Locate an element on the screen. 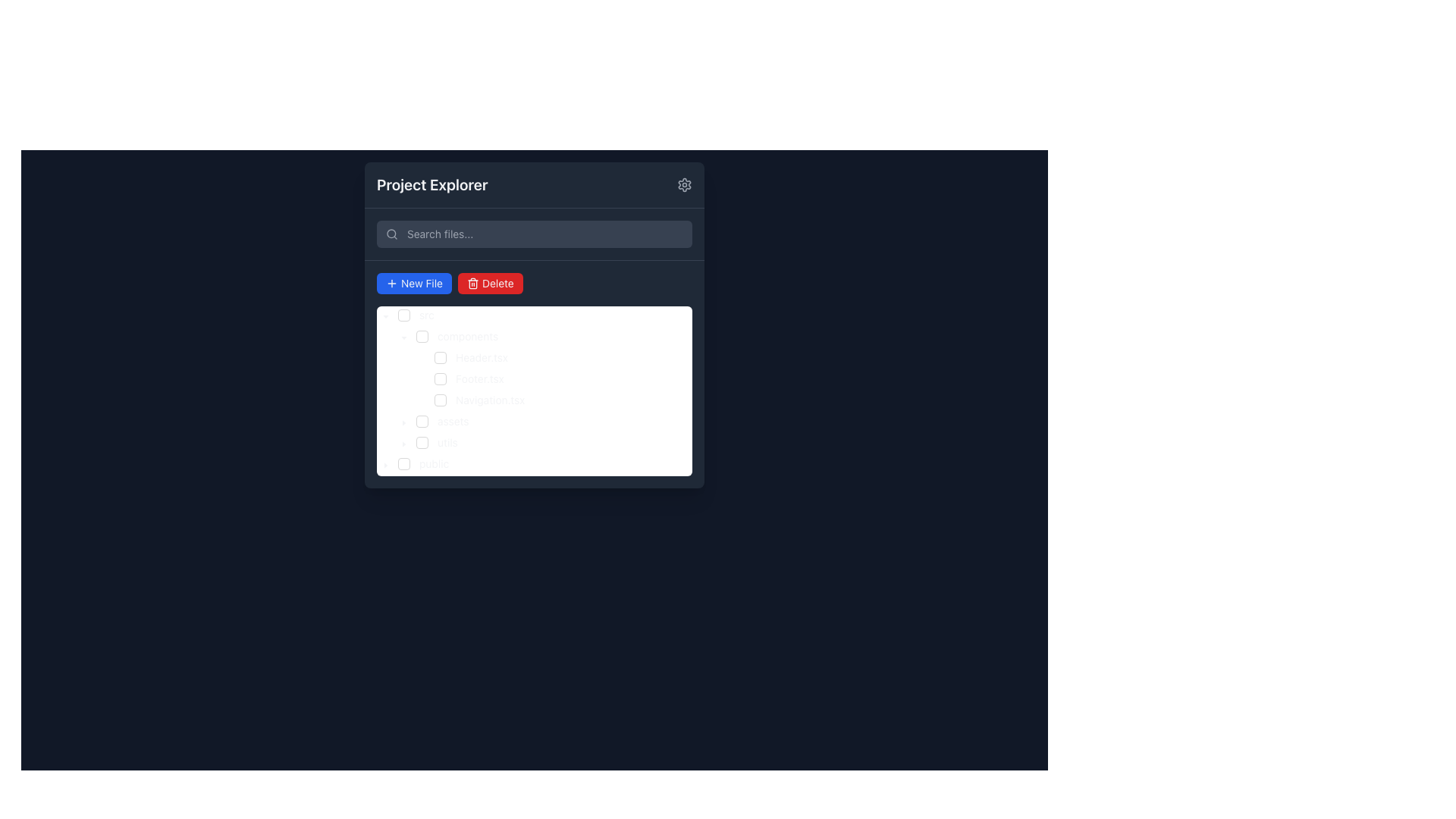 The height and width of the screenshot is (819, 1456). the gear icon button located at the top-right corner of the 'Project Explorer' header is located at coordinates (683, 184).